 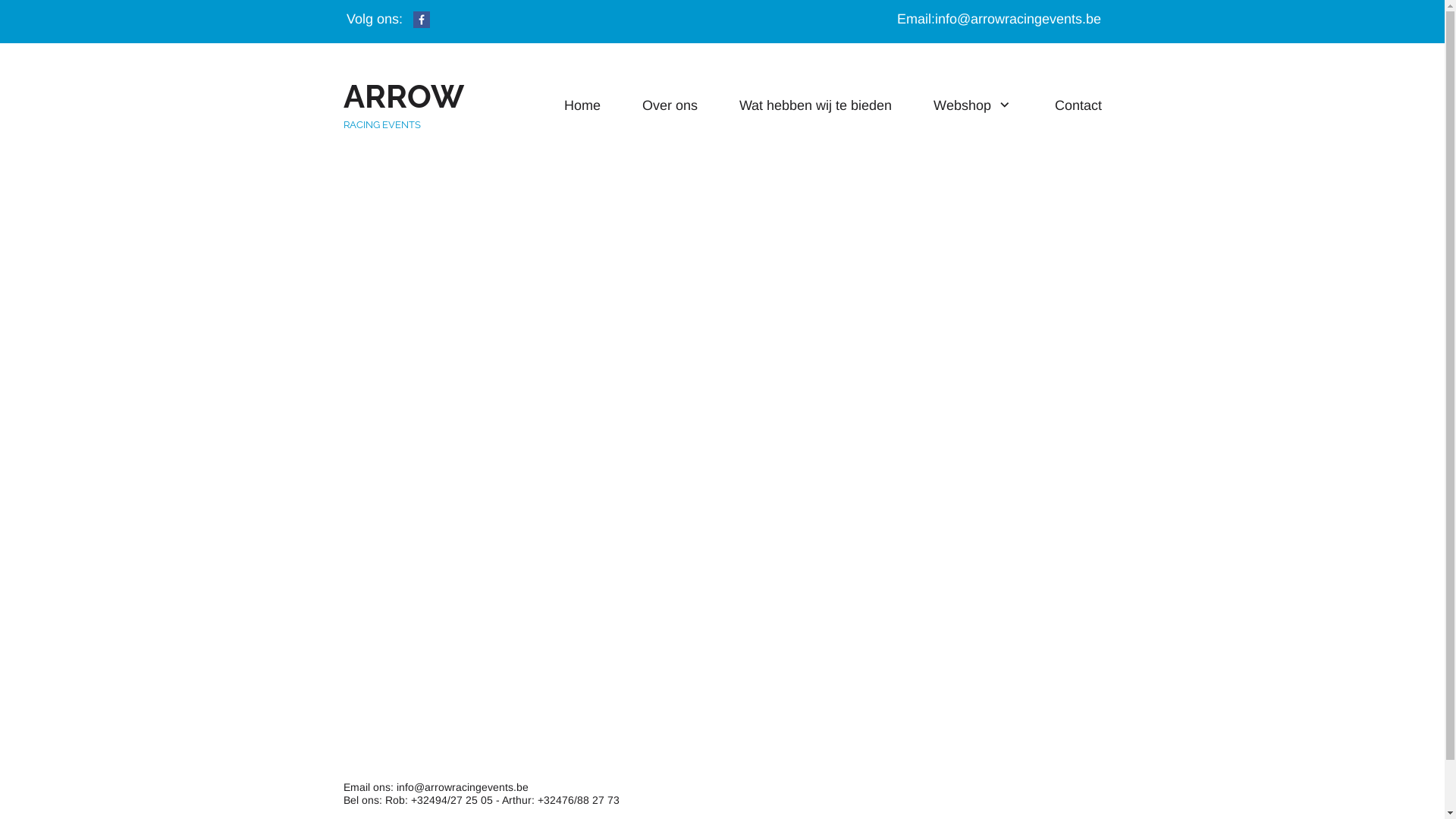 What do you see at coordinates (814, 104) in the screenshot?
I see `'Wat hebben wij te bieden'` at bounding box center [814, 104].